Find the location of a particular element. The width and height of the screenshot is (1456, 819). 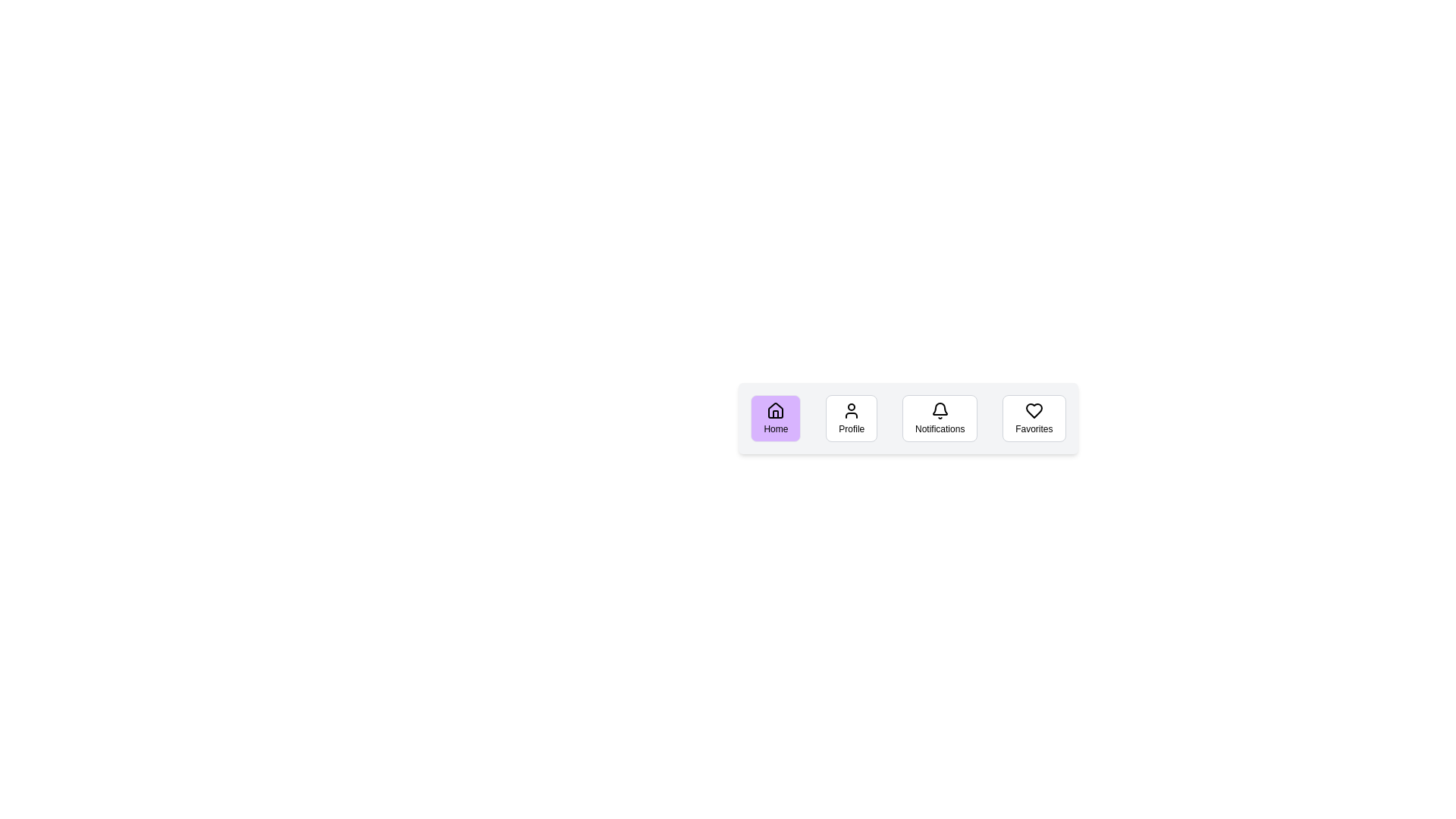

the Notifications button to navigate to the corresponding section is located at coordinates (938, 418).